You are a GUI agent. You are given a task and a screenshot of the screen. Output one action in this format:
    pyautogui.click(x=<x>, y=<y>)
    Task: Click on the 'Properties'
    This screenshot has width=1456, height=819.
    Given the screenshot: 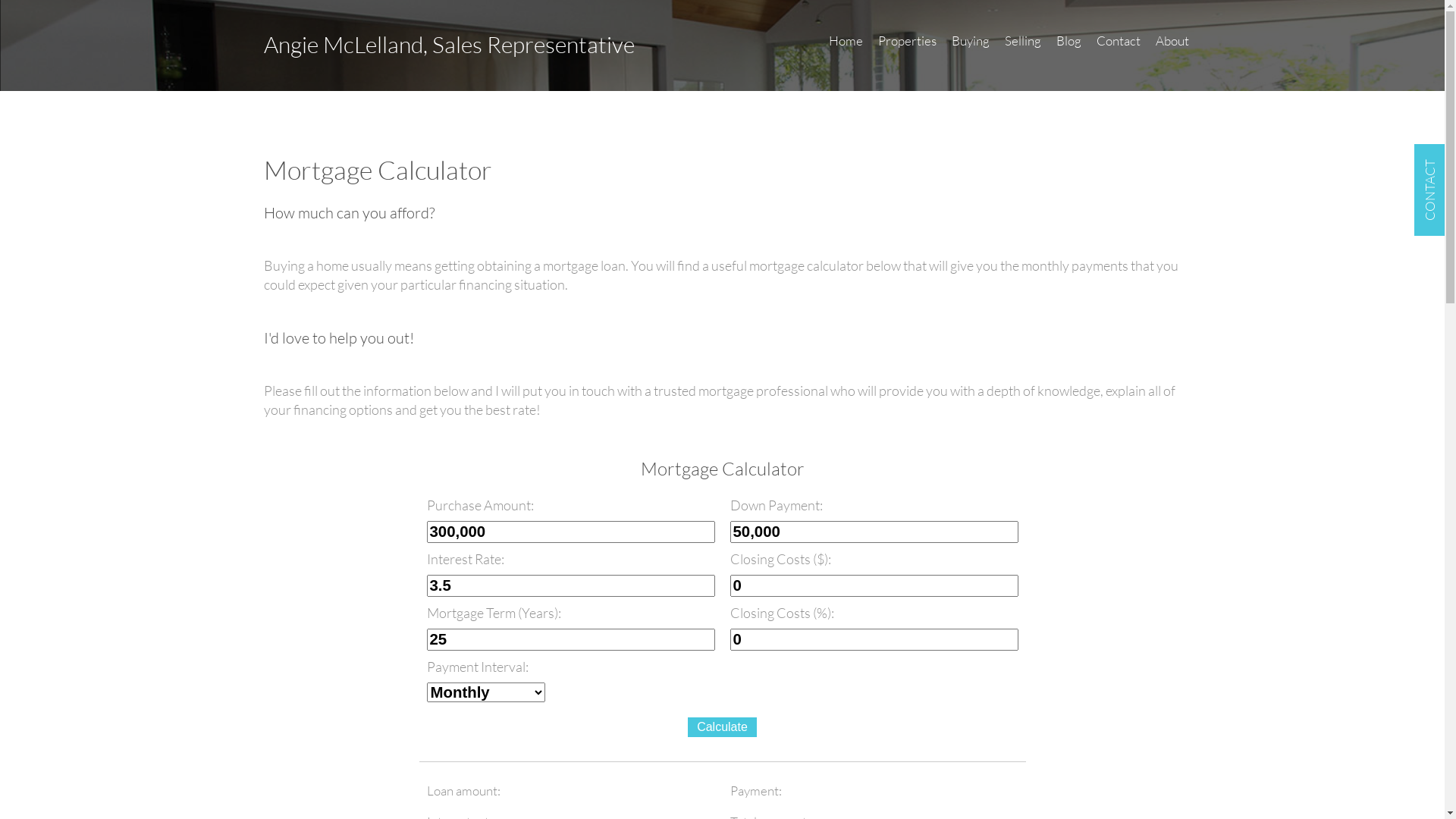 What is the action you would take?
    pyautogui.click(x=907, y=45)
    